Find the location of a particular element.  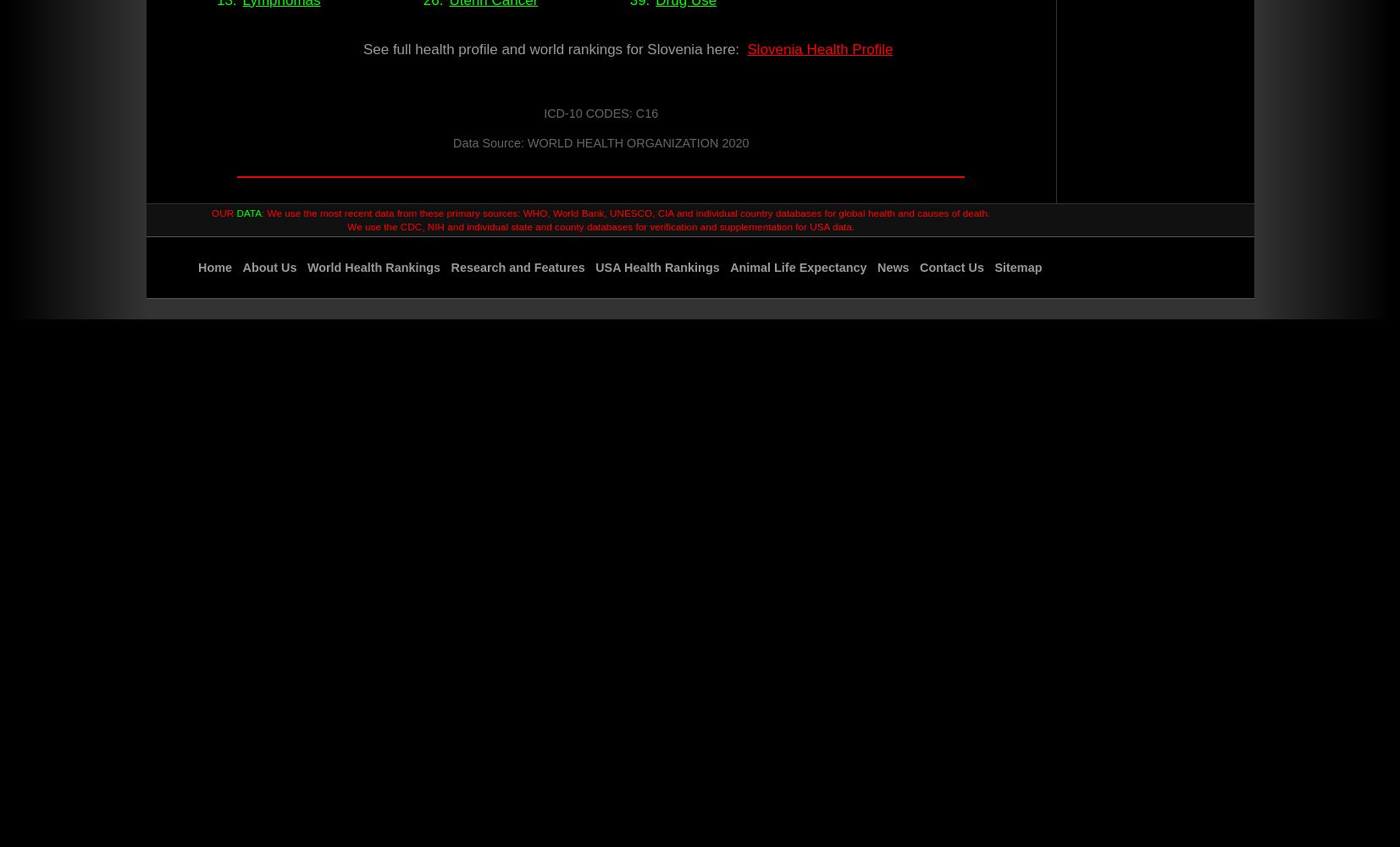

'News' is located at coordinates (893, 266).